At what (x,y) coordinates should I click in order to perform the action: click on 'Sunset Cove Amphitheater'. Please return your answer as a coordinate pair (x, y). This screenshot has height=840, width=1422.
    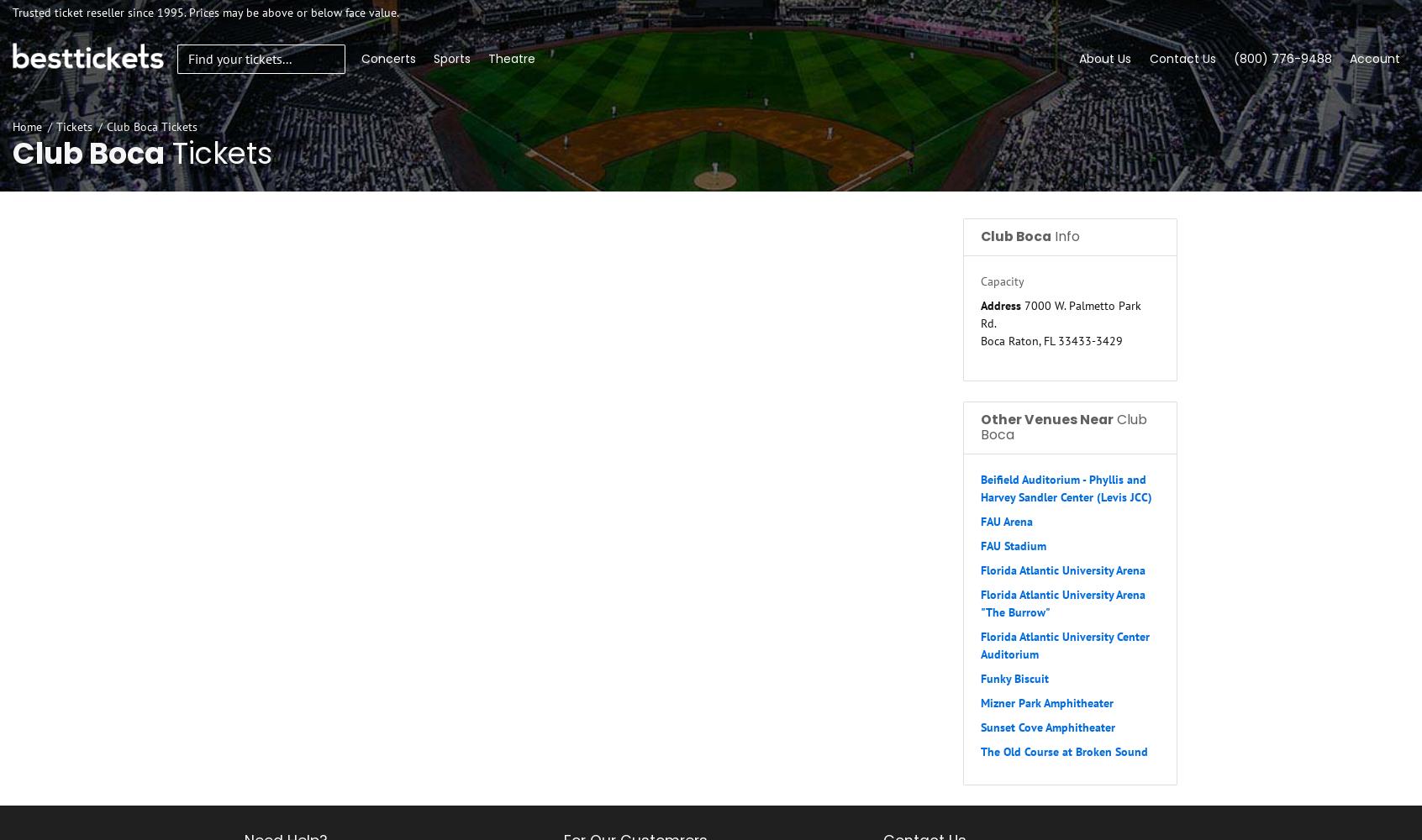
    Looking at the image, I should click on (979, 727).